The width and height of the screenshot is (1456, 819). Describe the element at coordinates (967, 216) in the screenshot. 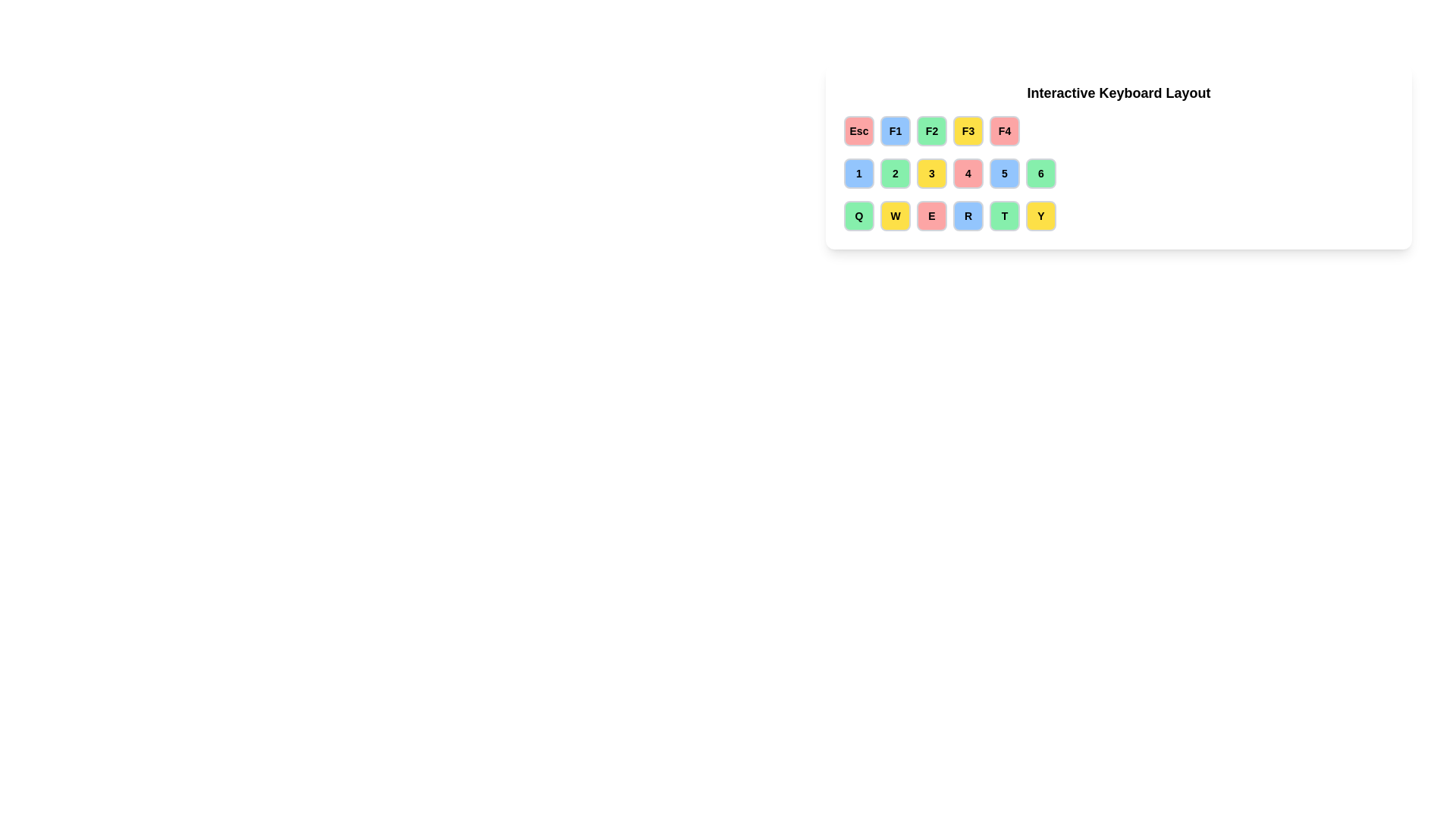

I see `the square button with a blue background and a bold black 'R' in the center, which is the fourth key in the linear group of keys labeled 'Q', 'W', 'E', 'R', 'T', 'Y'` at that location.